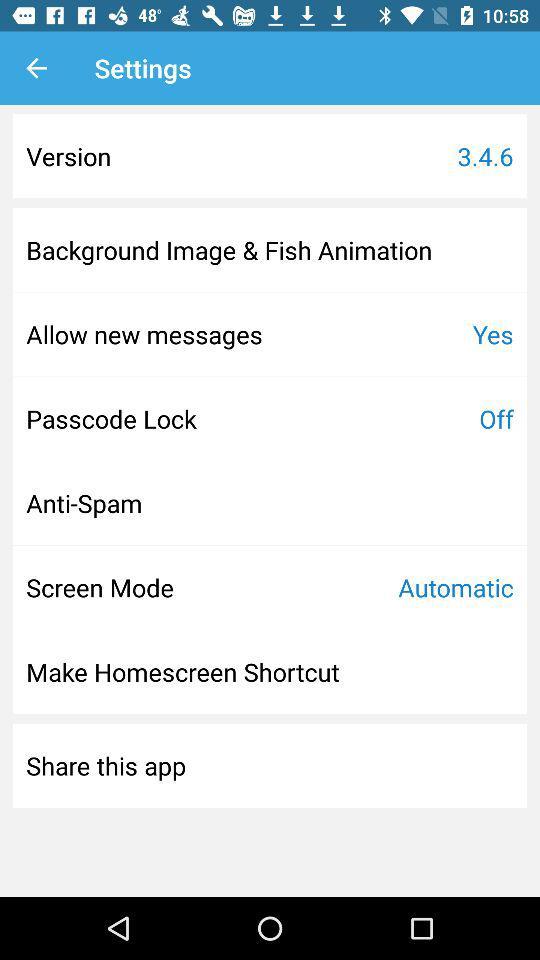 The width and height of the screenshot is (540, 960). Describe the element at coordinates (492, 334) in the screenshot. I see `icon to the right of the allow new messages item` at that location.